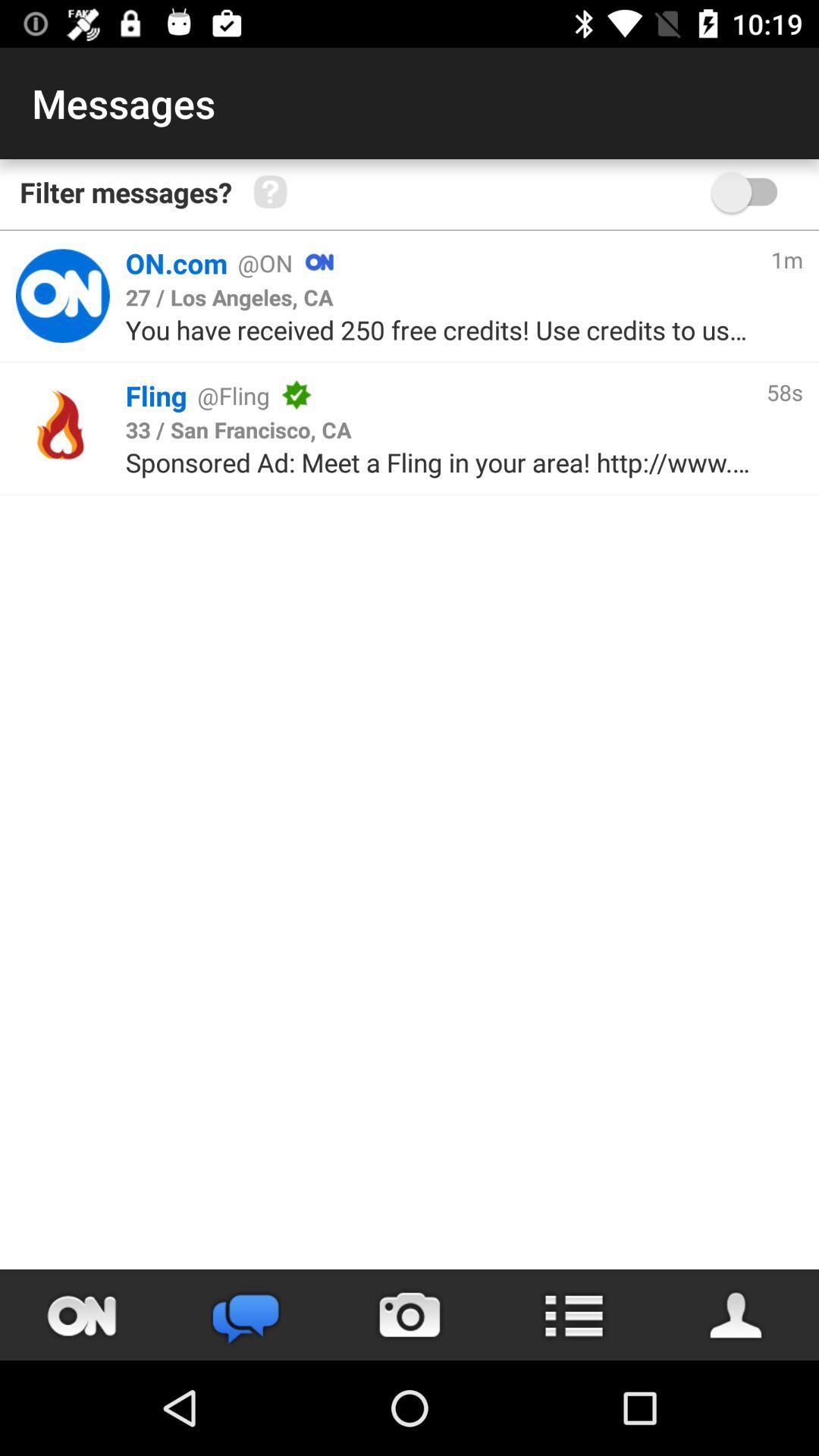  What do you see at coordinates (61, 296) in the screenshot?
I see `goes to the on.com profile` at bounding box center [61, 296].